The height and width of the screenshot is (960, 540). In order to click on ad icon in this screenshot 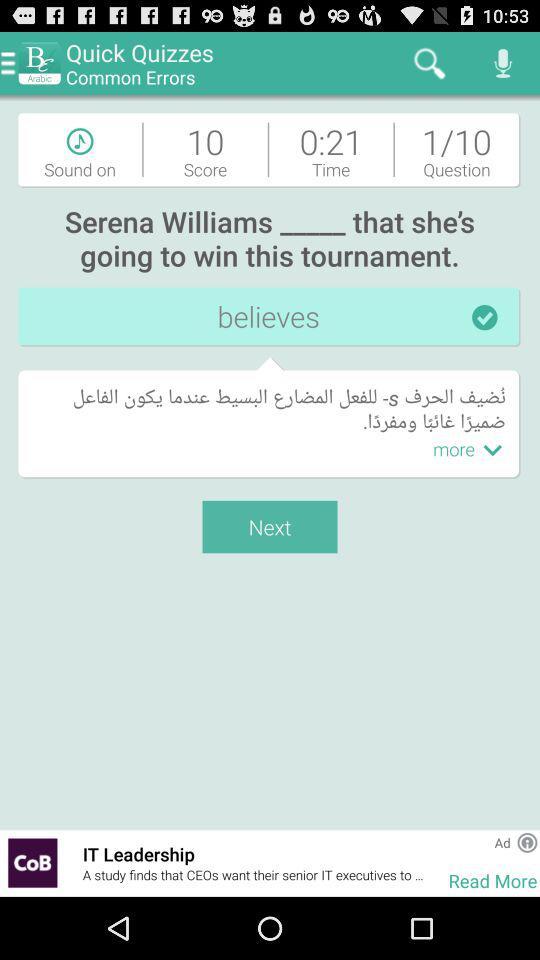, I will do `click(501, 841)`.